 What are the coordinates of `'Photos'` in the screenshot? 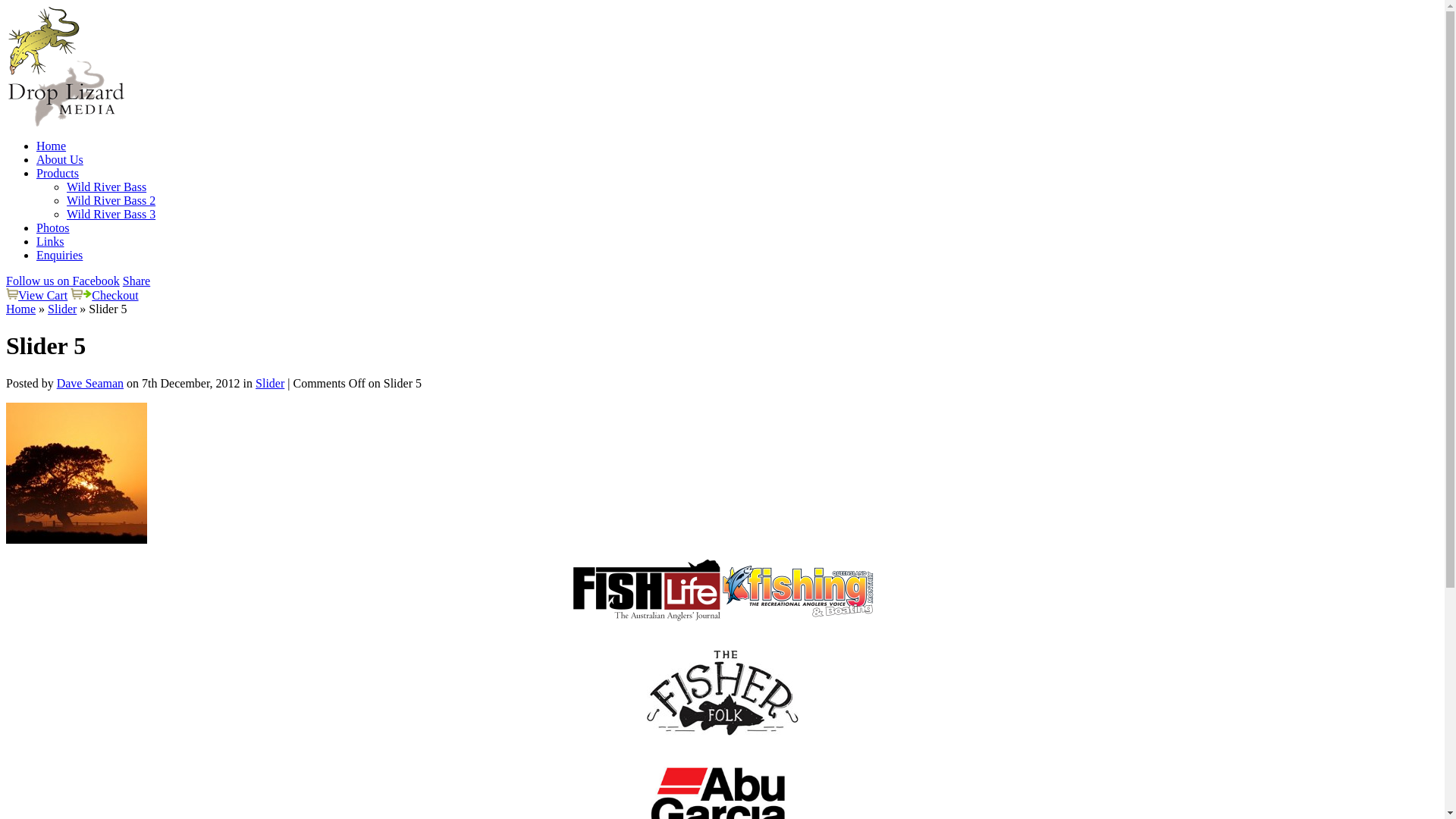 It's located at (53, 227).